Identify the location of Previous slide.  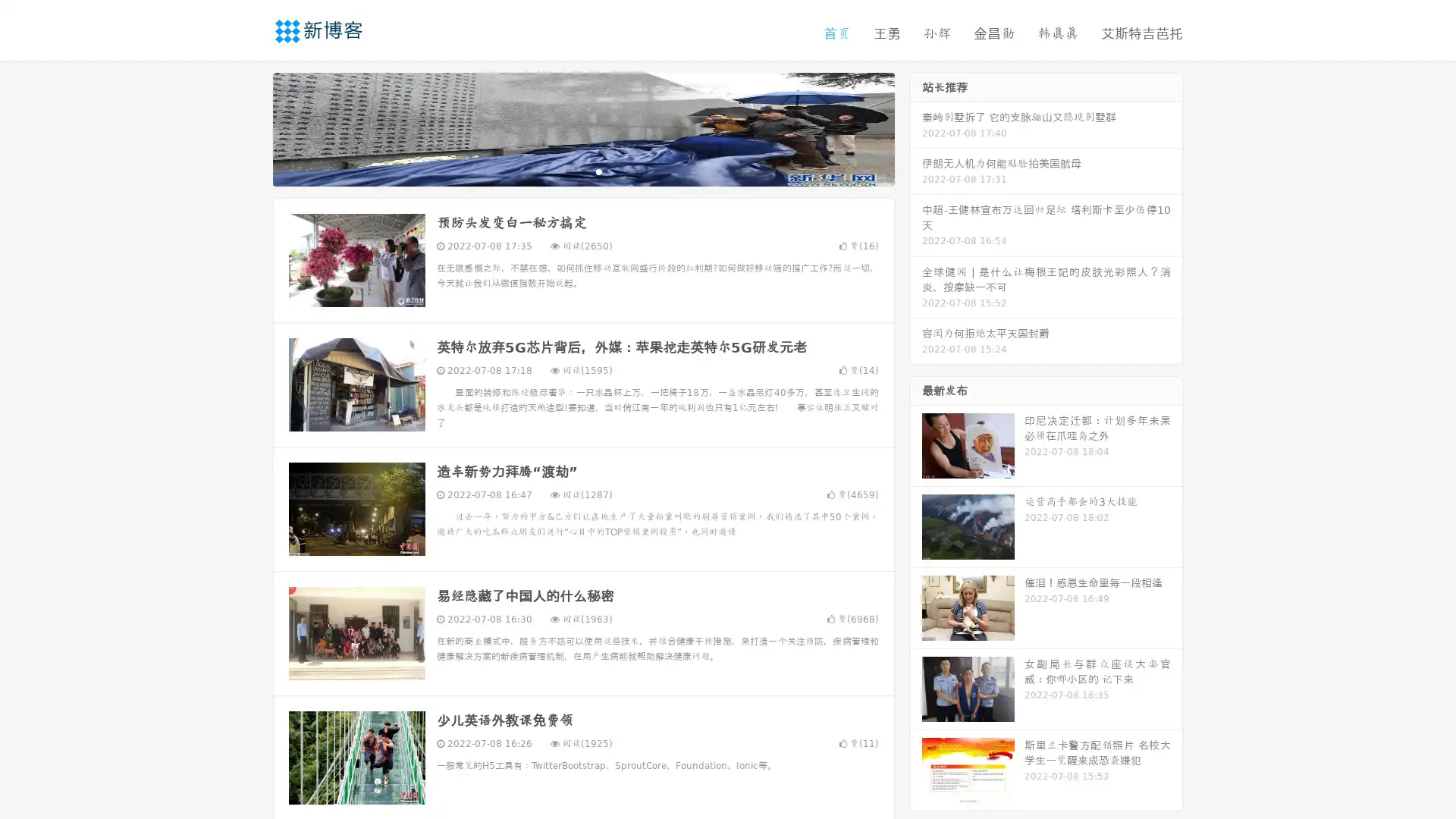
(250, 127).